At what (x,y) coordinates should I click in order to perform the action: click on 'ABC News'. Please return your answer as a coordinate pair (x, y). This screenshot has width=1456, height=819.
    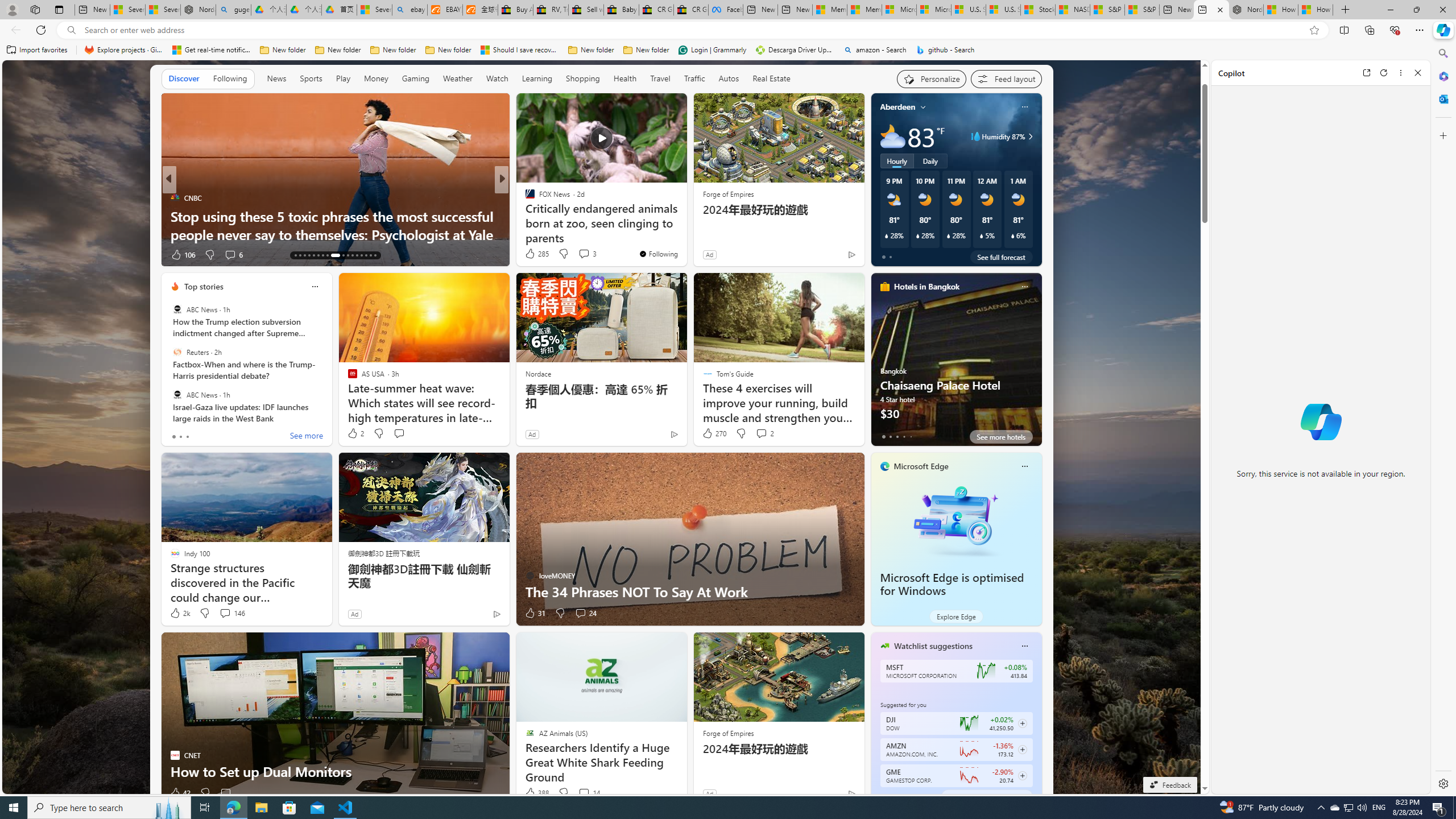
    Looking at the image, I should click on (176, 394).